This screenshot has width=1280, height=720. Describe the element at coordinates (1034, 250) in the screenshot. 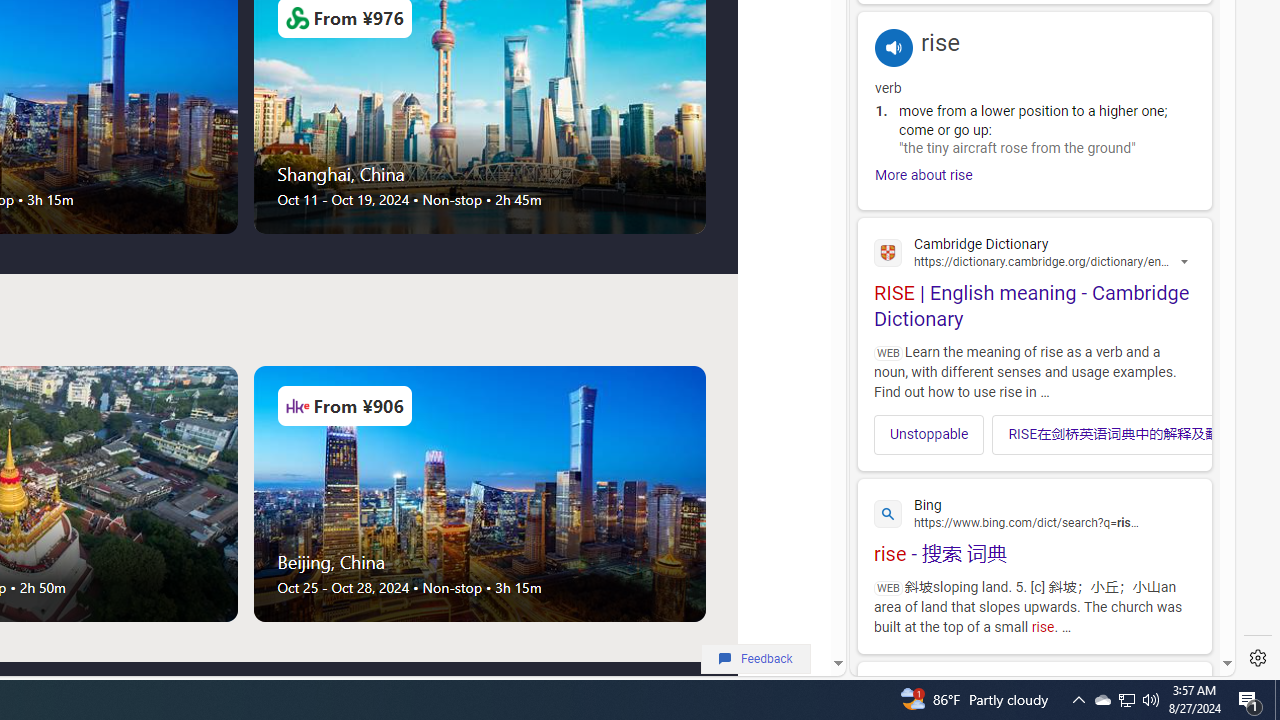

I see `'Cambridge Dictionary'` at that location.